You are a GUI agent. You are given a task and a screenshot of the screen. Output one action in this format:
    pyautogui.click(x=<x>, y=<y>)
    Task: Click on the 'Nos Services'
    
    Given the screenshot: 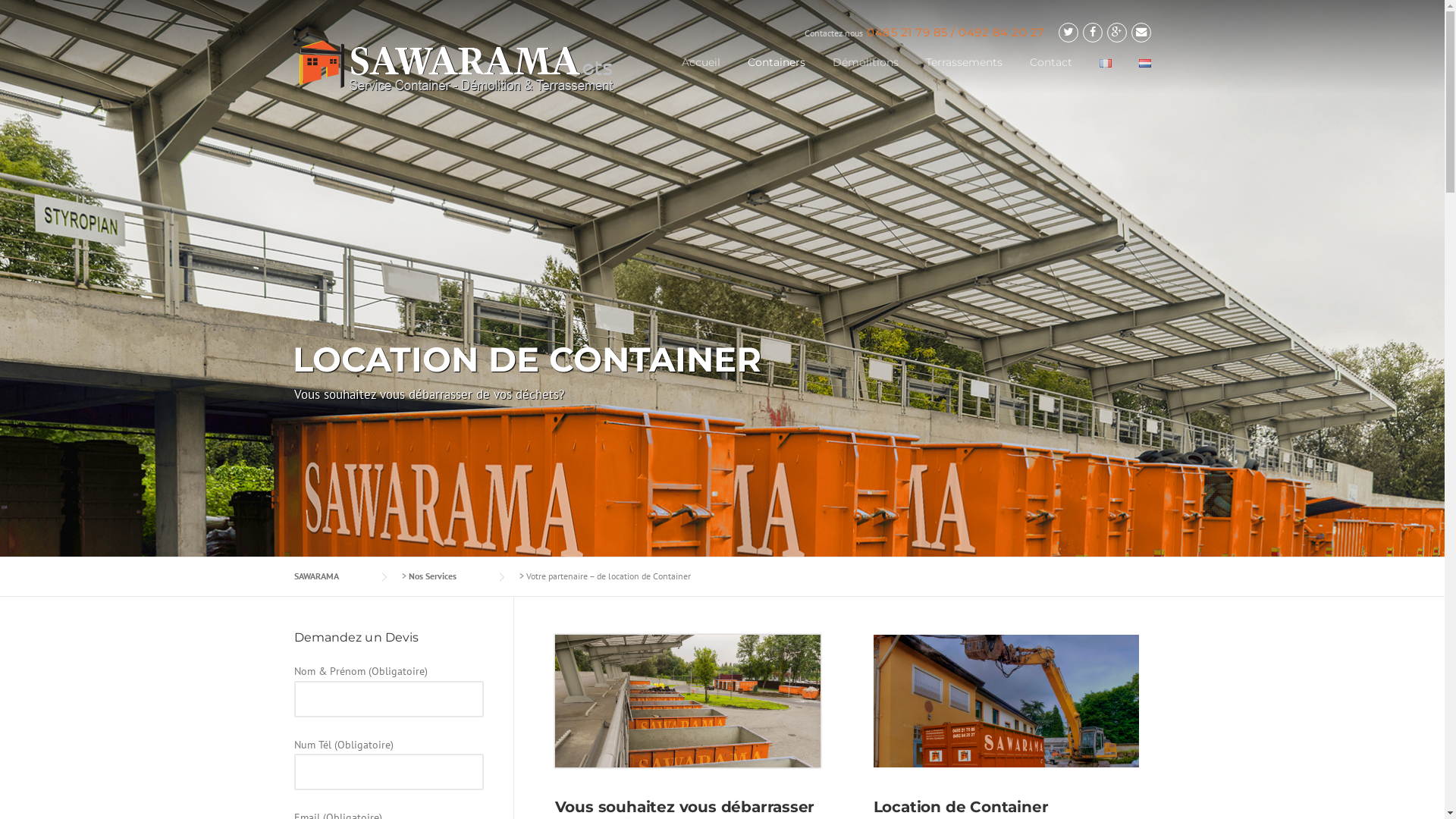 What is the action you would take?
    pyautogui.click(x=446, y=576)
    